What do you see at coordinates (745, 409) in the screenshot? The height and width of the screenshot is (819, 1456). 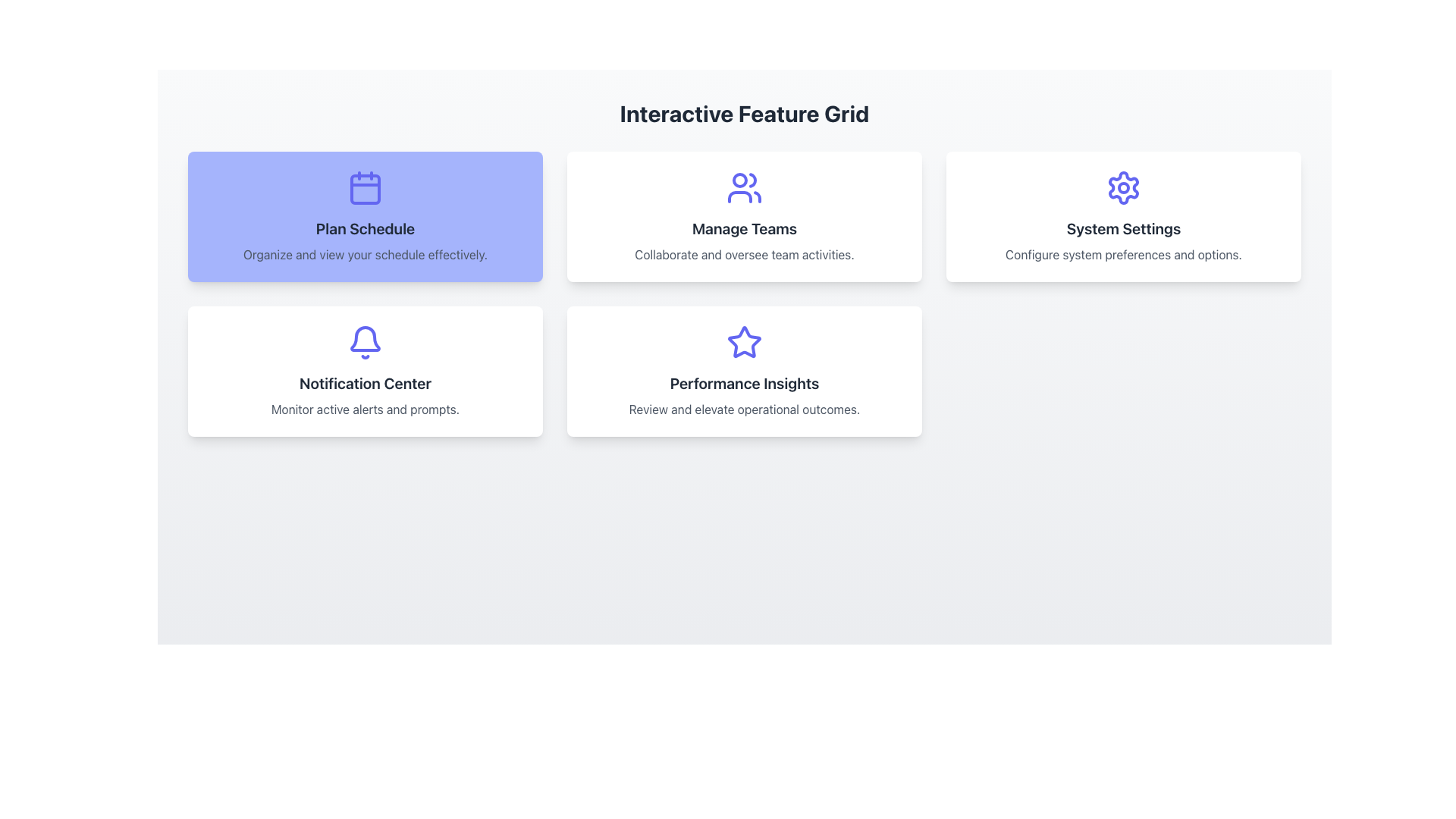 I see `the descriptive label that provides additional information about the 'Performance Insights' feature, located directly below the heading text 'Performance Insights.'` at bounding box center [745, 409].